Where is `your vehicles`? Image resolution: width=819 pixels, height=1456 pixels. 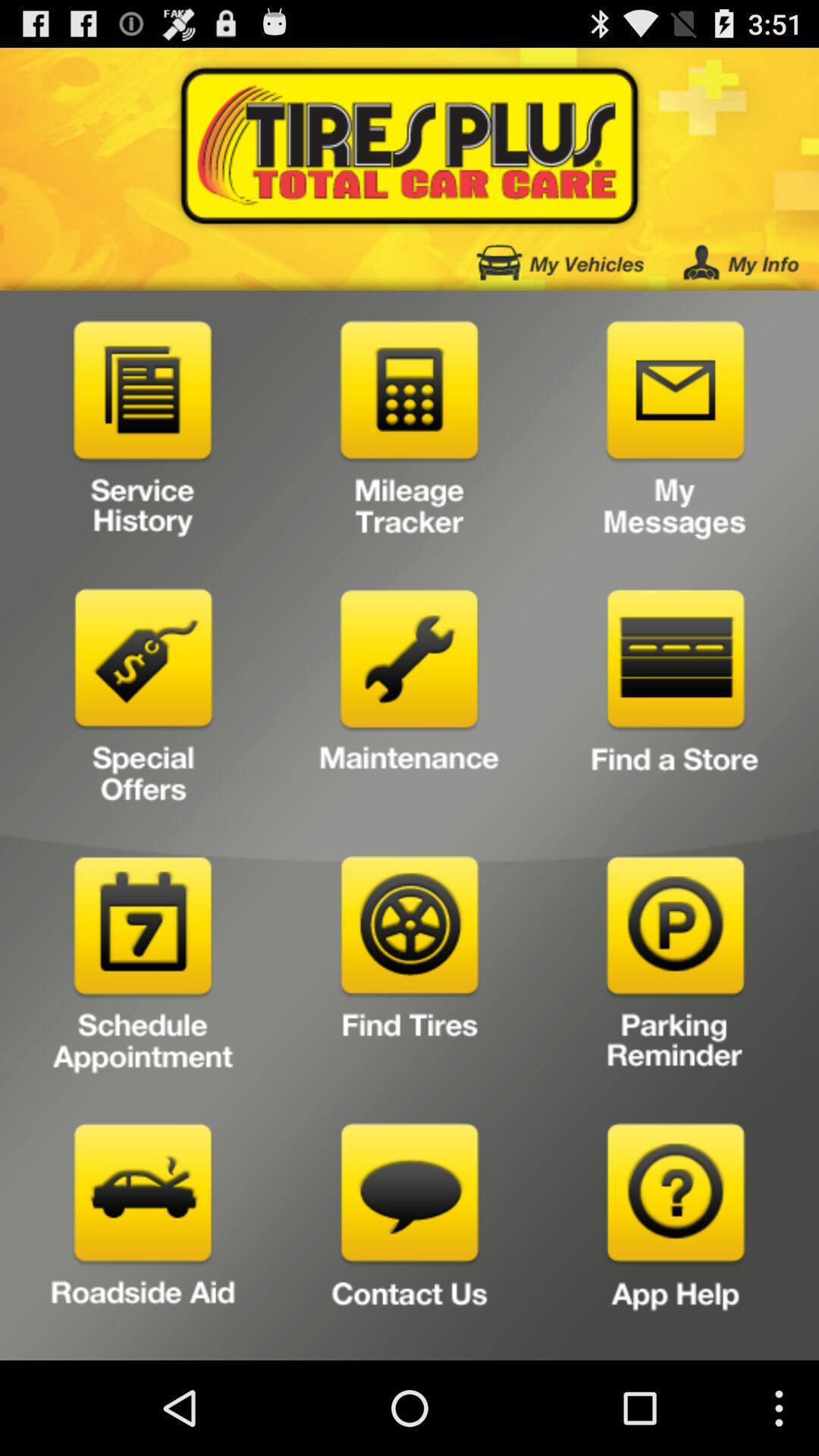
your vehicles is located at coordinates (560, 262).